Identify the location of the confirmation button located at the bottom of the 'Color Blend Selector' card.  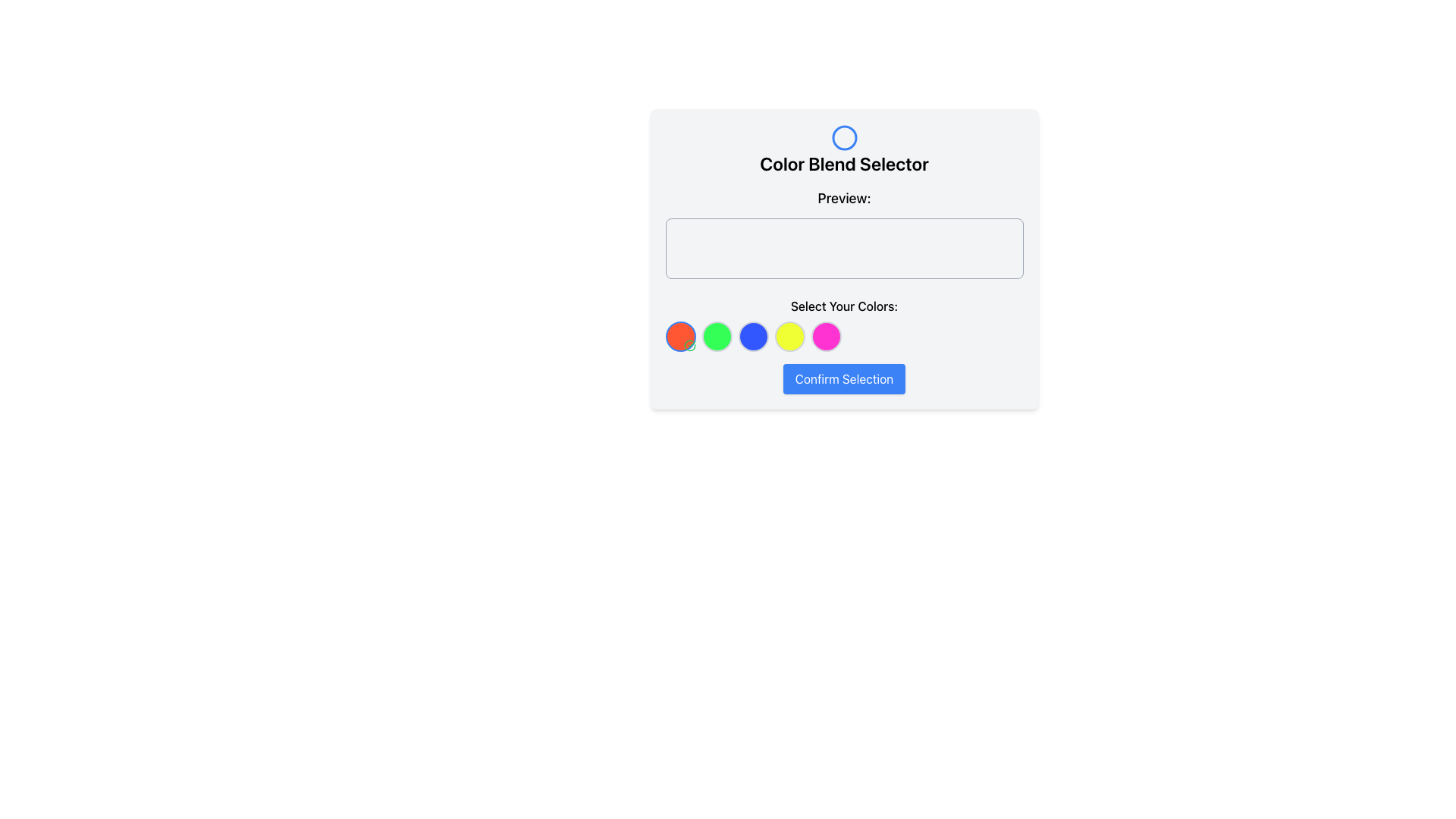
(843, 378).